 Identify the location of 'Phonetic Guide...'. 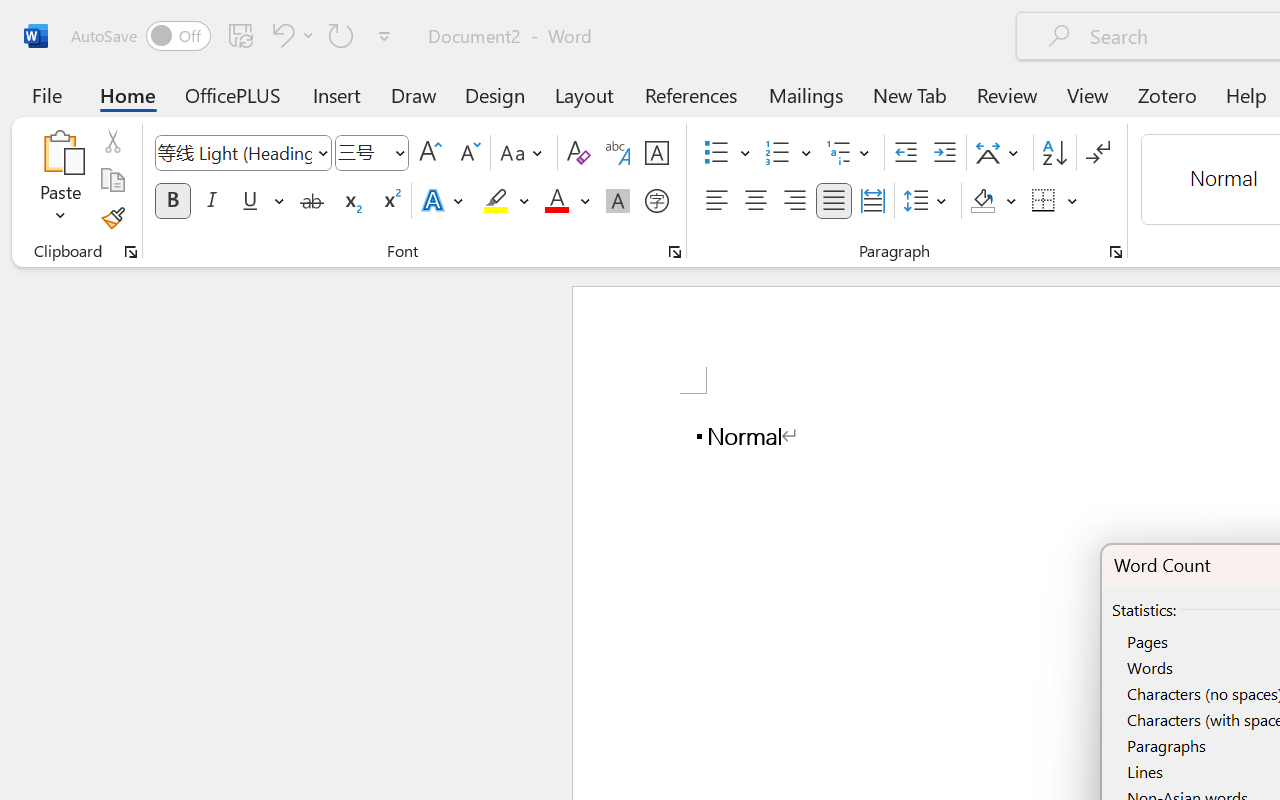
(617, 153).